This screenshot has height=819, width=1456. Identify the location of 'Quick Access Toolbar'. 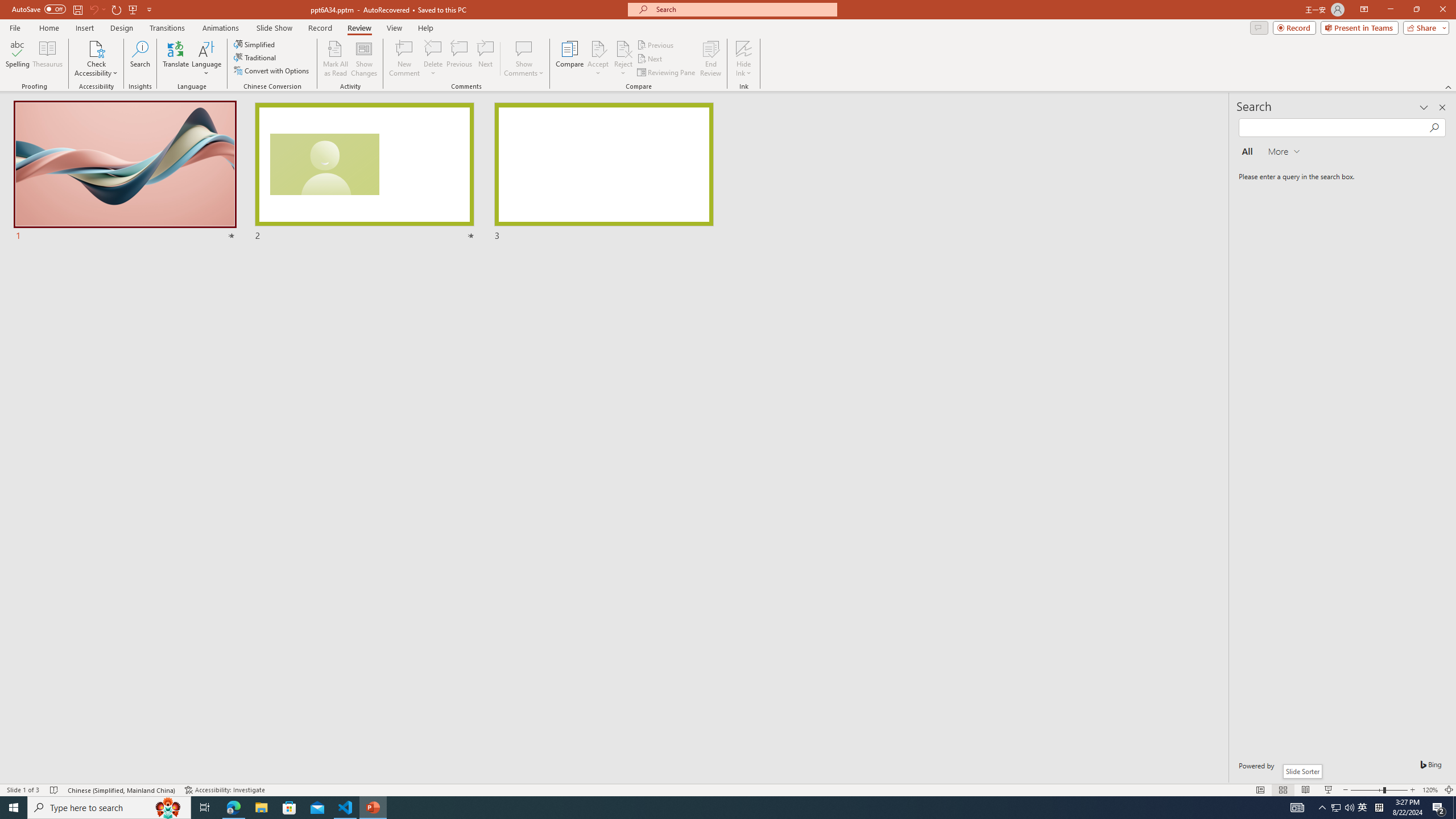
(82, 9).